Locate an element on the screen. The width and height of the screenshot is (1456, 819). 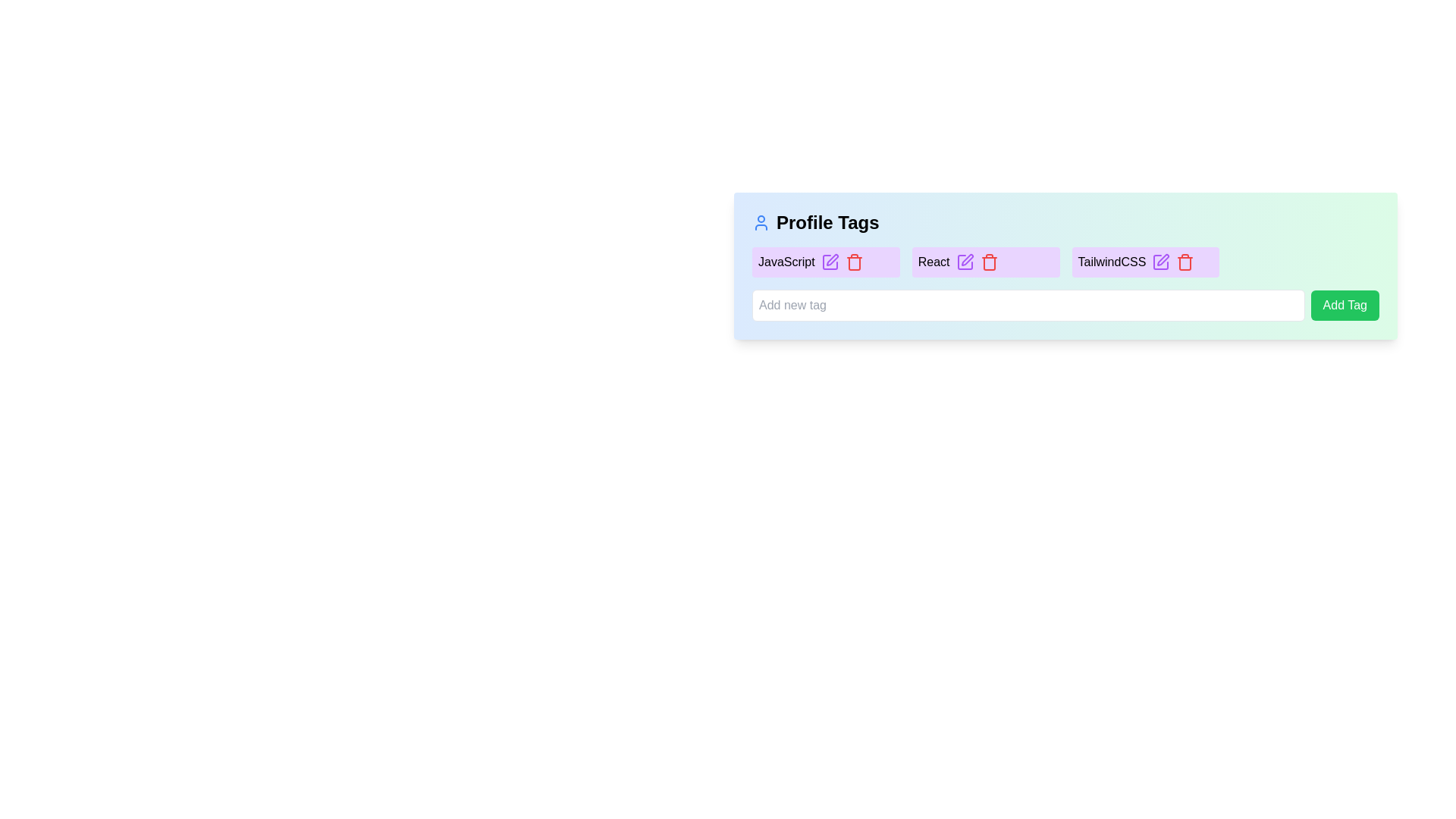
the first text label or tag in the group located below the 'Profile Tags' header, positioned to the left of 'React' and 'TailwindCSS' is located at coordinates (786, 262).